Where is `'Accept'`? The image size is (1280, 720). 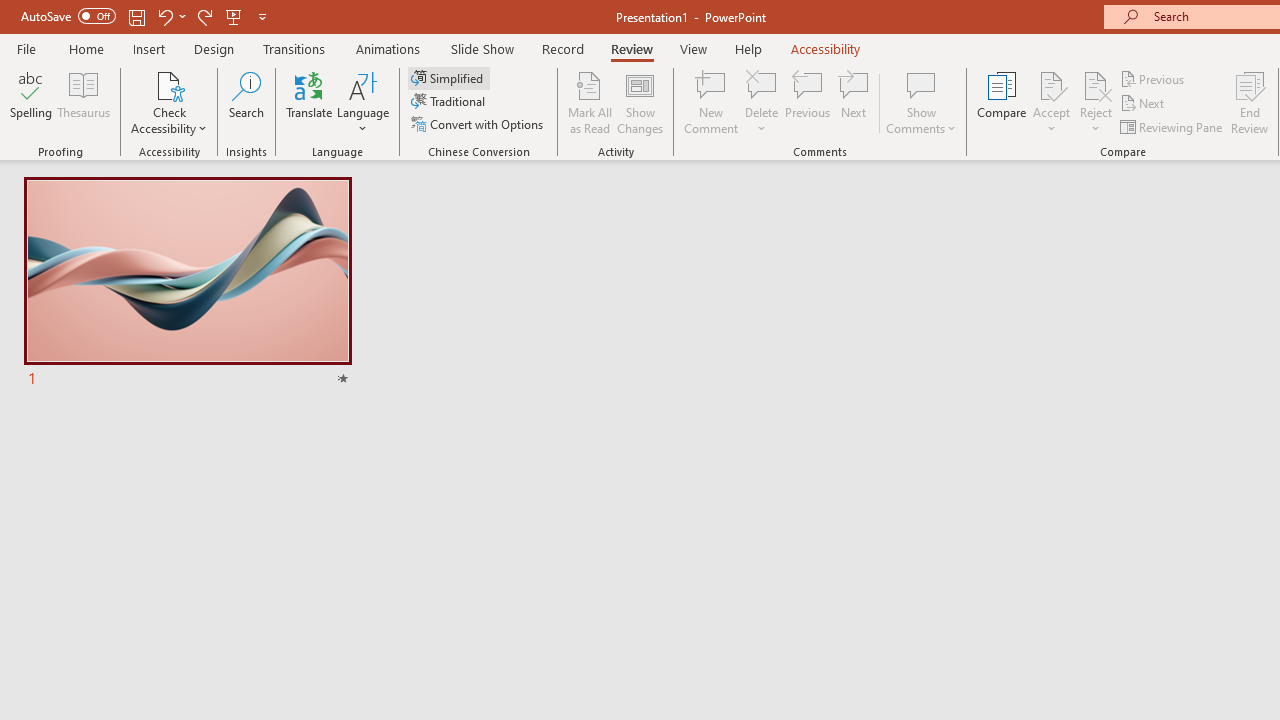
'Accept' is located at coordinates (1050, 103).